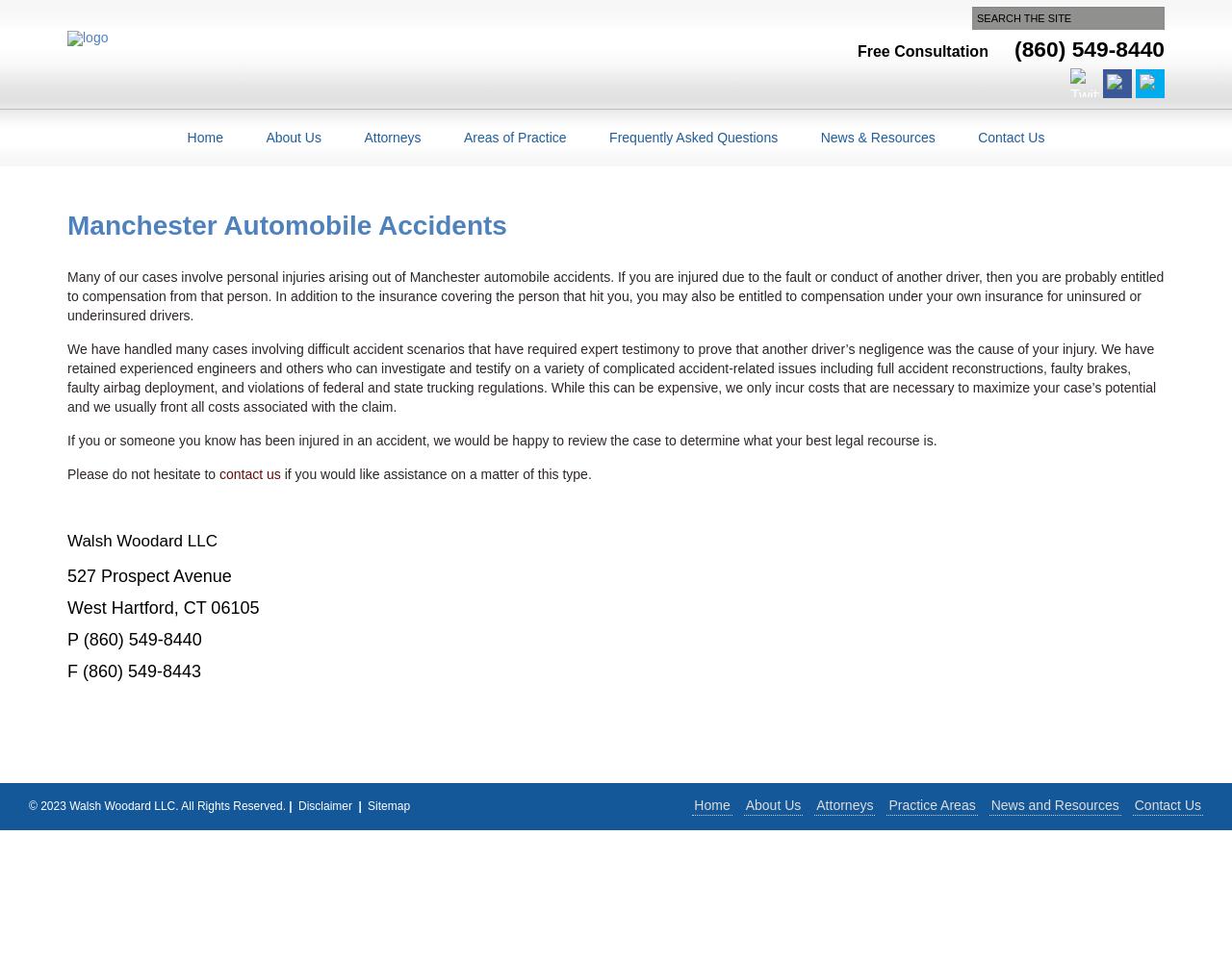 This screenshot has height=962, width=1232. I want to click on 'Home', so click(204, 137).